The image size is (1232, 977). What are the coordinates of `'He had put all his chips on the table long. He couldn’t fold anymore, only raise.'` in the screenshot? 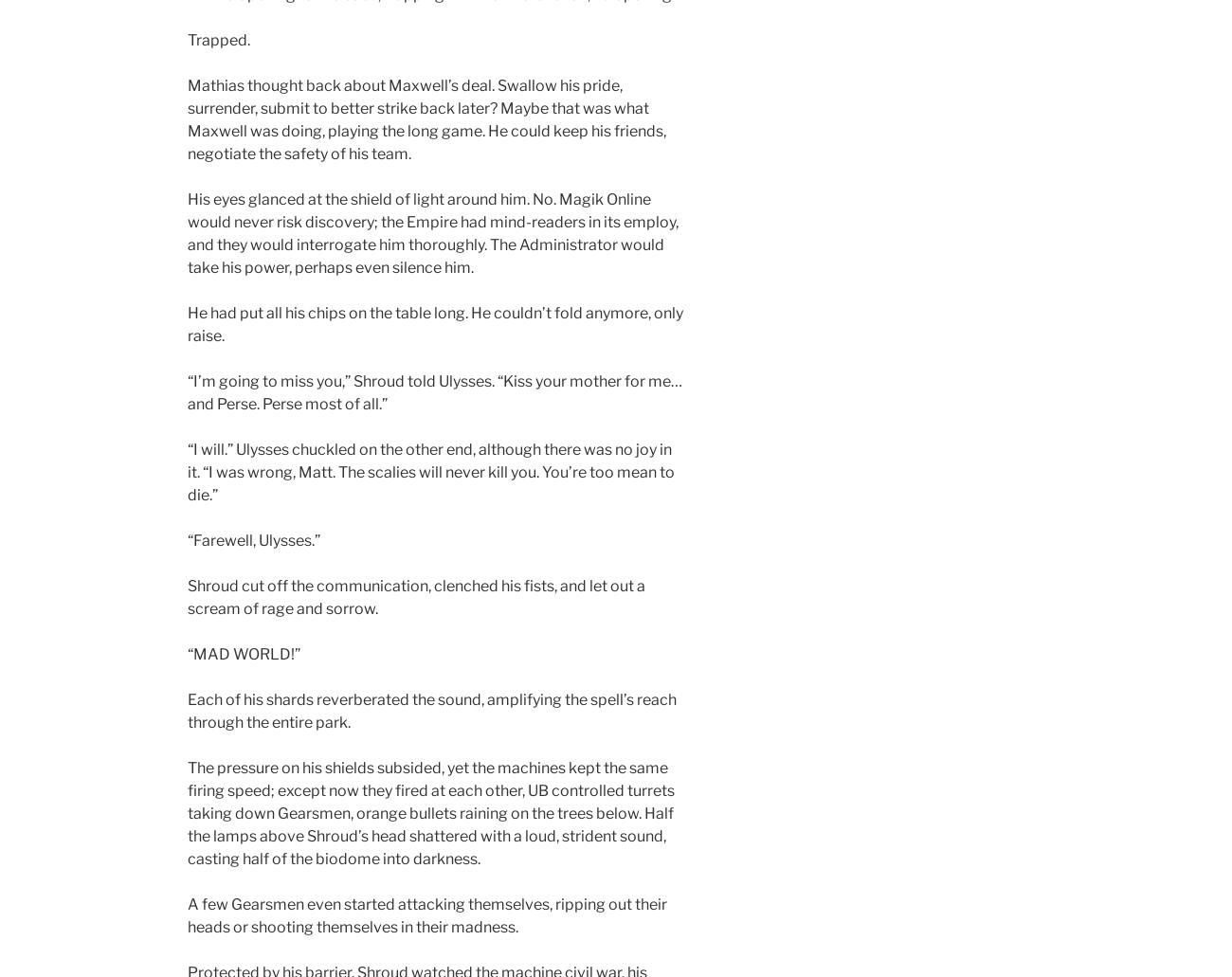 It's located at (434, 323).